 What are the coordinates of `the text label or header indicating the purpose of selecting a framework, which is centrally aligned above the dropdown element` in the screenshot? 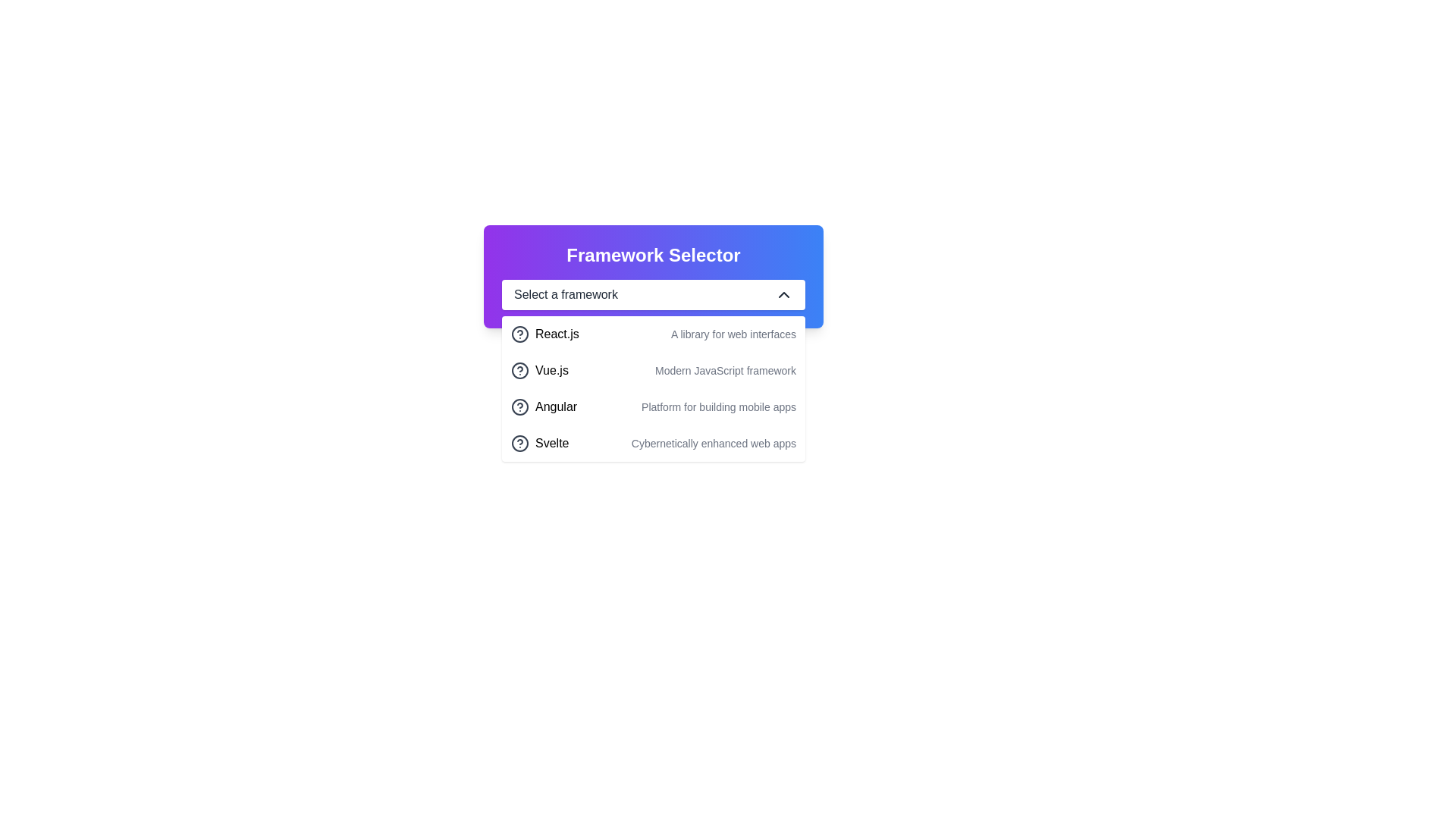 It's located at (654, 254).